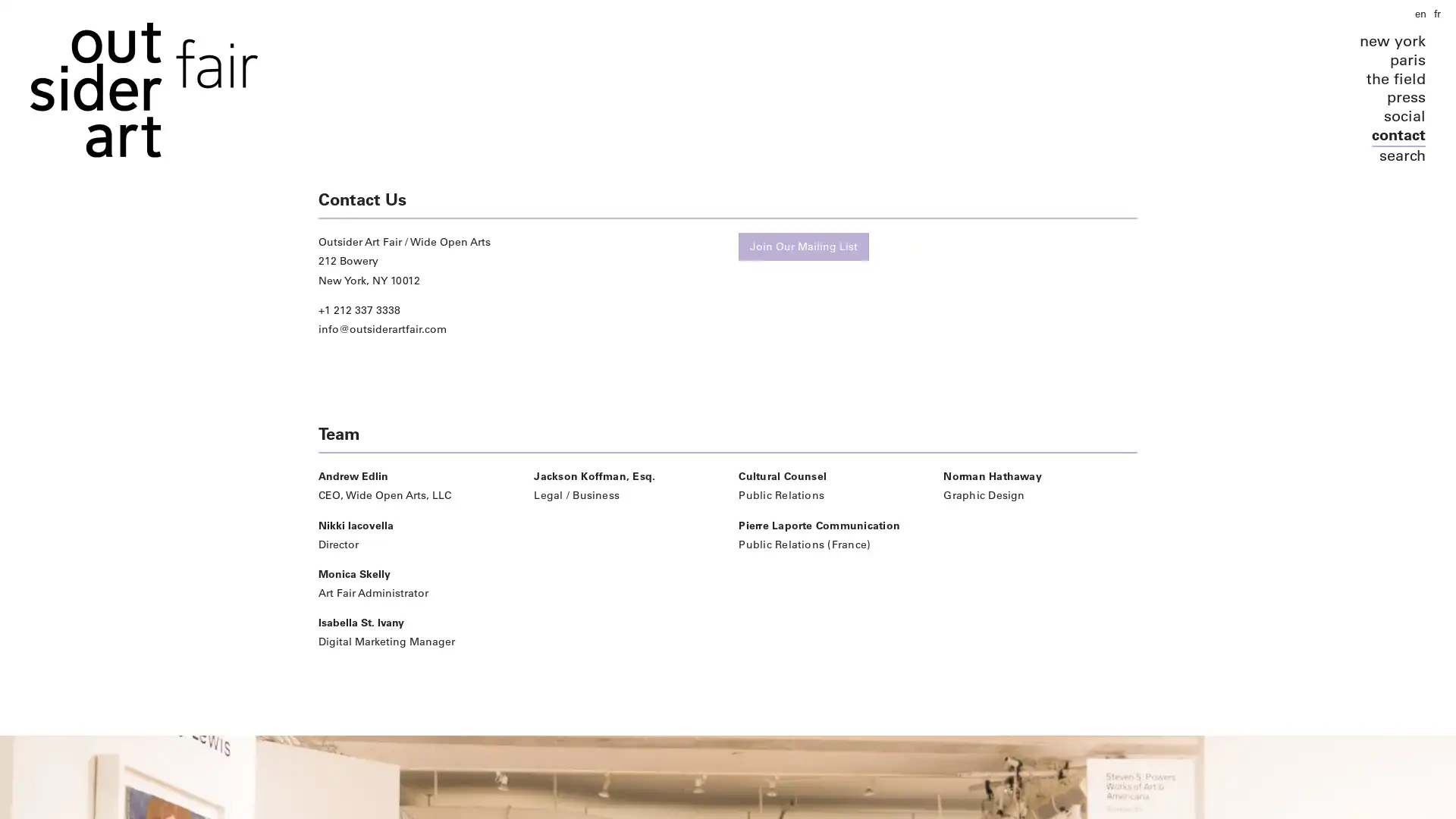  What do you see at coordinates (803, 246) in the screenshot?
I see `Join Our Mailing List` at bounding box center [803, 246].